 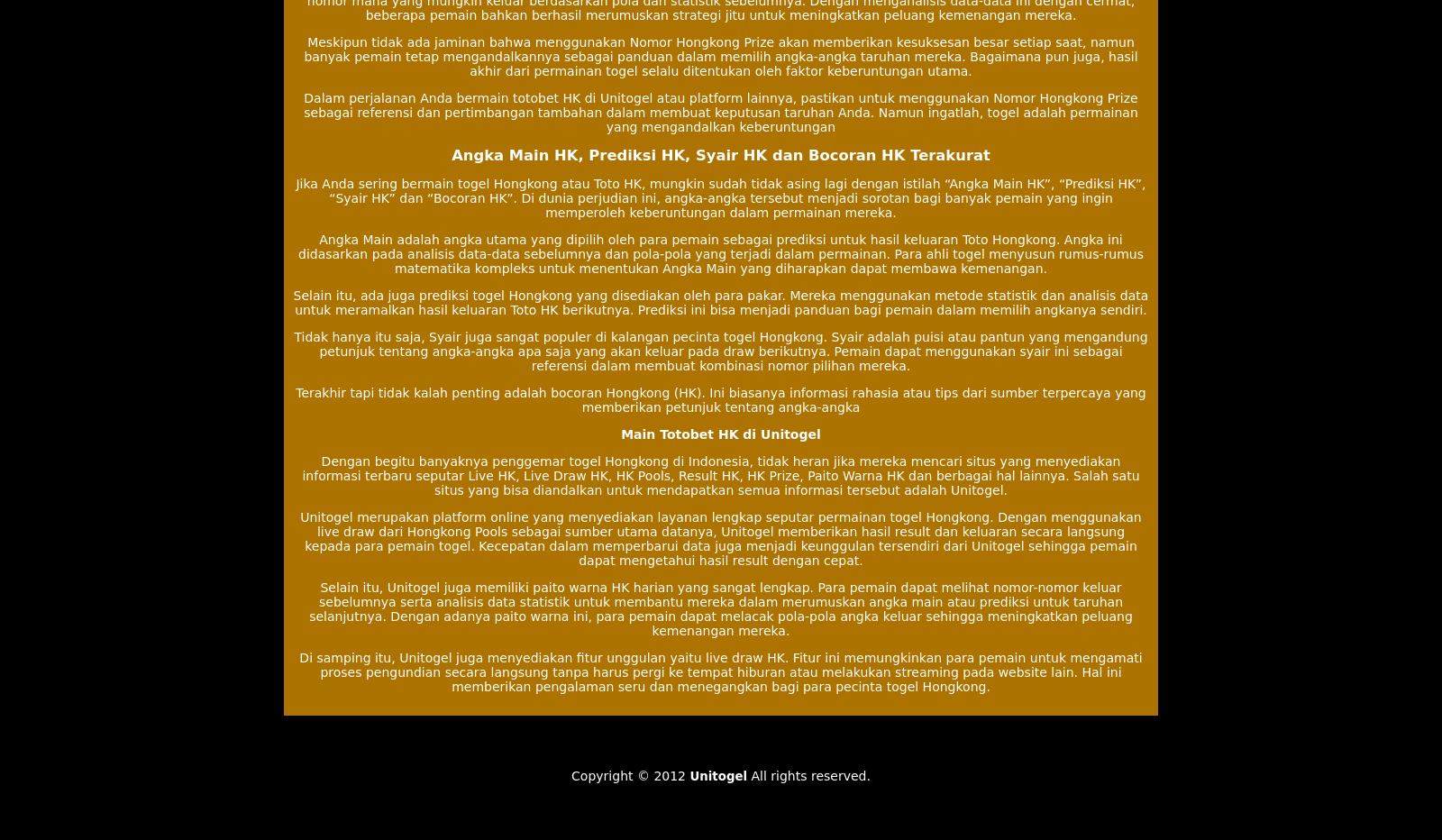 I want to click on 'Unitogel merupakan platform online yang menyediakan layanan lengkap seputar permainan togel Hongkong. Dengan menggunakan live draw dari Hongkong Pools sebagai sumber utama datanya, Unitogel memberikan hasil result dan keluaran secara langsung kepada para pemain togel. Kecepatan dalam memperbarui data juga menjadi keunggulan tersendiri dari Unitogel sehingga pemain dapat mengetahui hasil result dengan cepat.', so click(x=720, y=537).